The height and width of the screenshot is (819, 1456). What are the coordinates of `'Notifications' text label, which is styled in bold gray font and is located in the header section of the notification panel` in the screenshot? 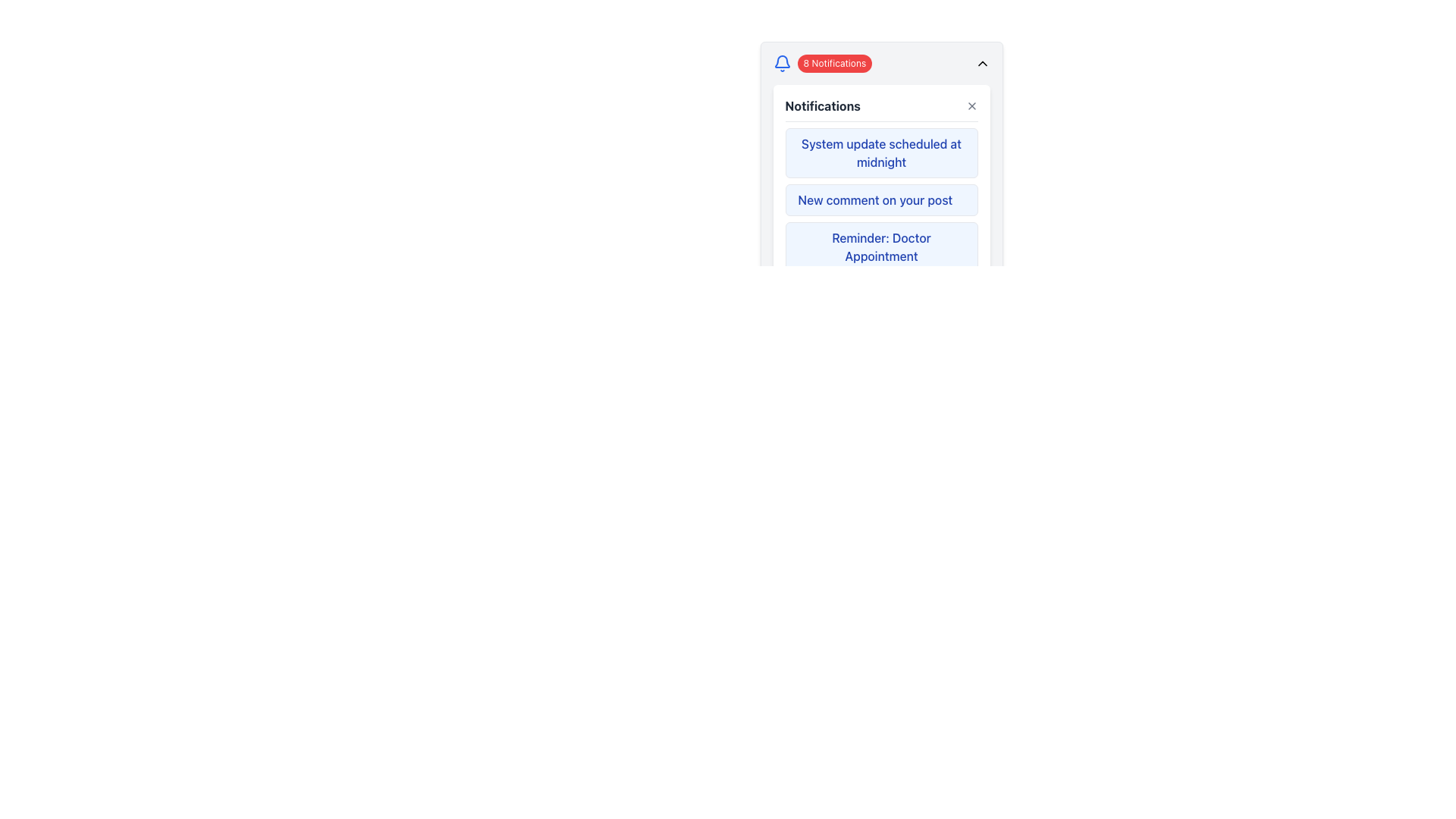 It's located at (822, 105).